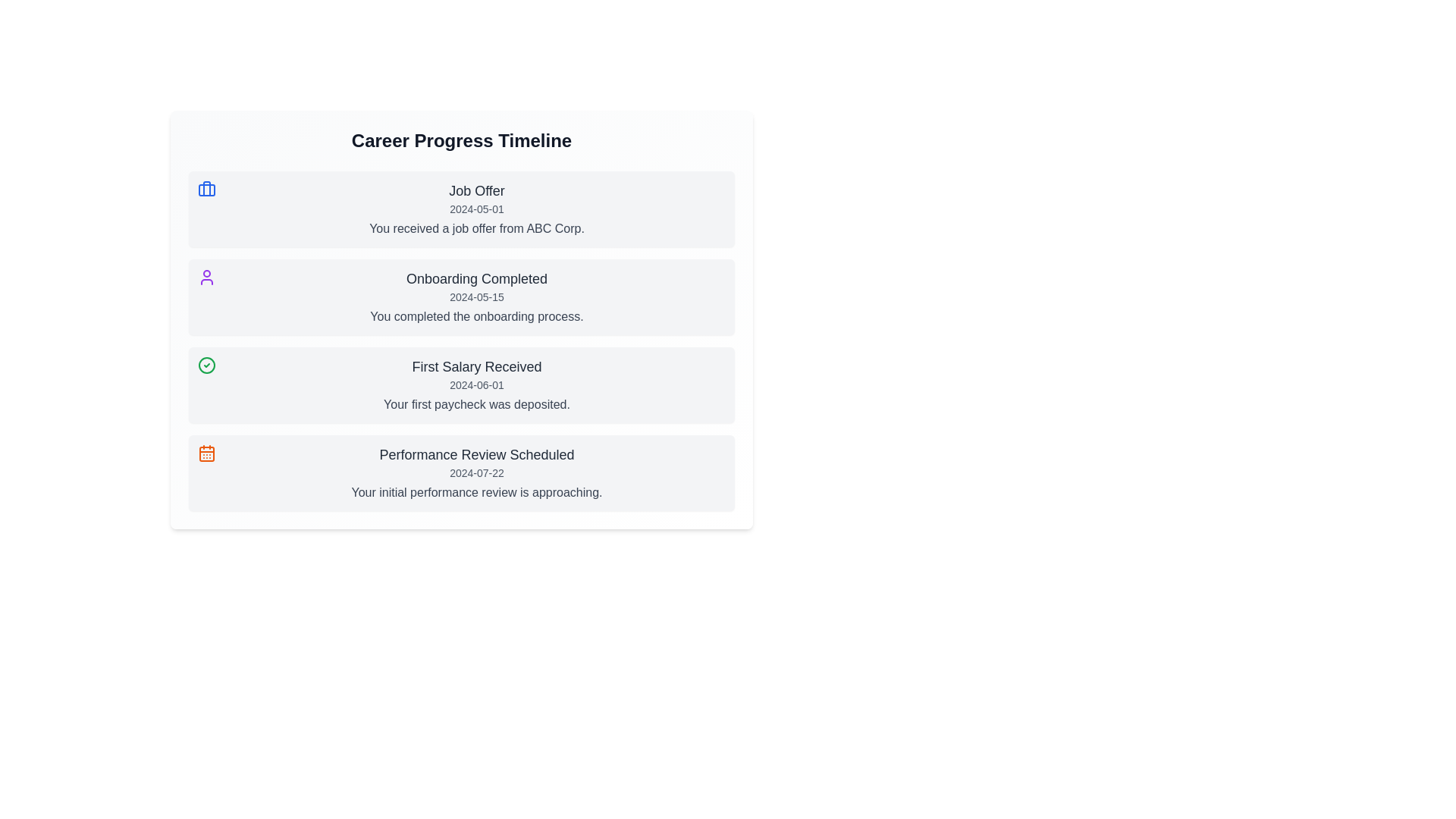 The height and width of the screenshot is (819, 1456). I want to click on informational text block regarding the job offer, which is the first item in the list below the 'Career Progress Timeline' header, so click(475, 209).